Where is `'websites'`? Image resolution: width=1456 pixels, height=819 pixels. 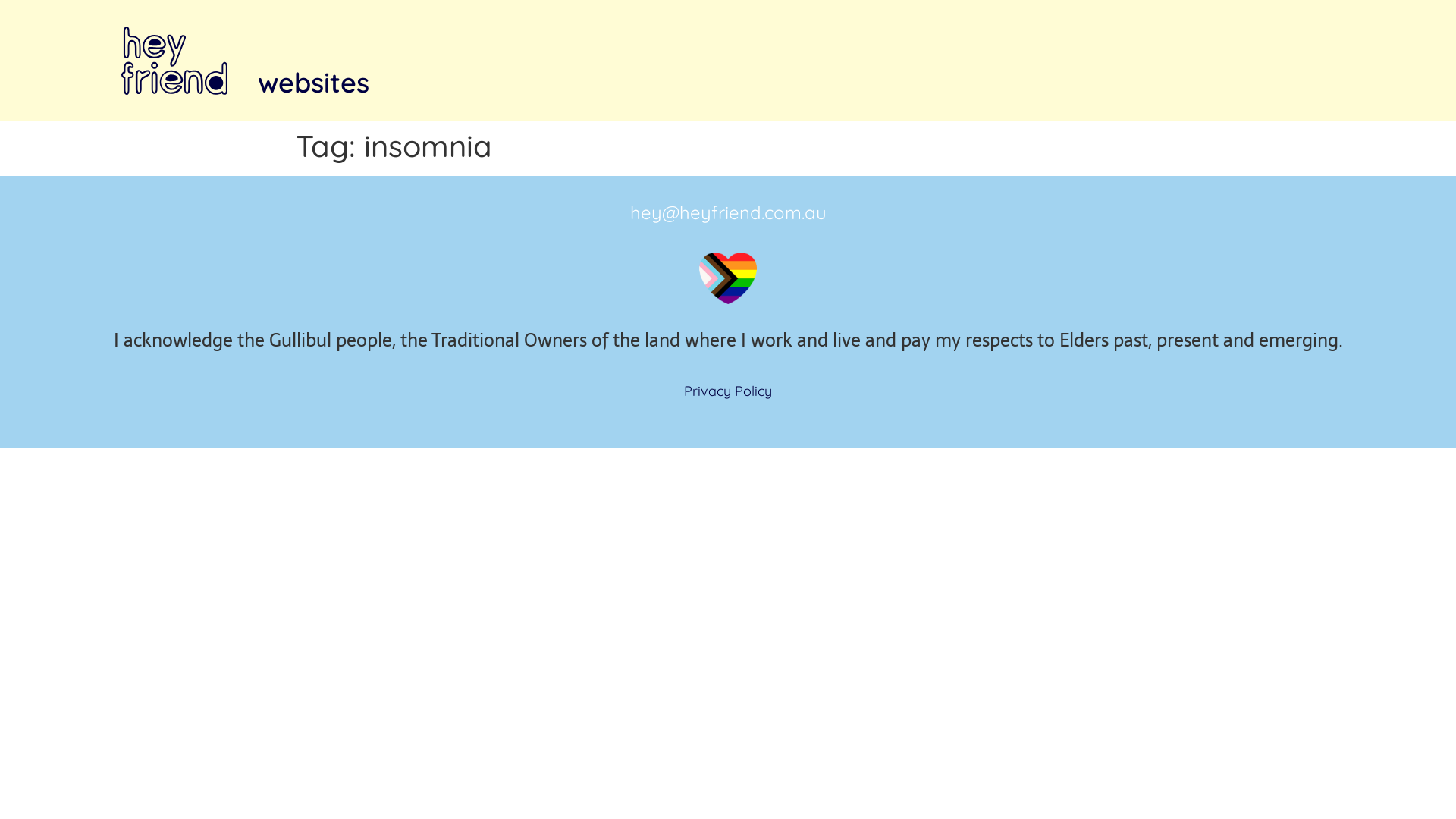 'websites' is located at coordinates (312, 82).